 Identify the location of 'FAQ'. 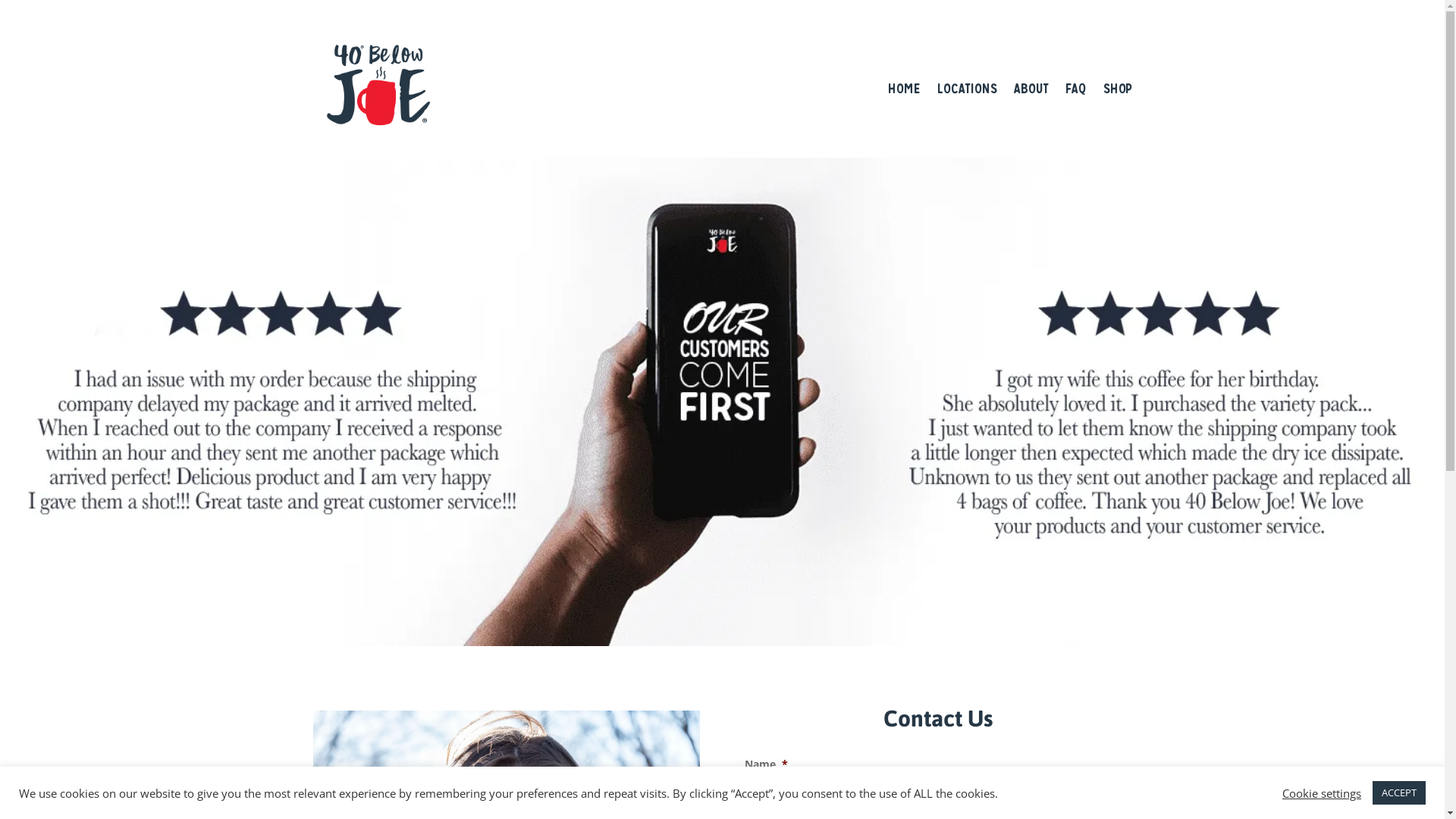
(1074, 89).